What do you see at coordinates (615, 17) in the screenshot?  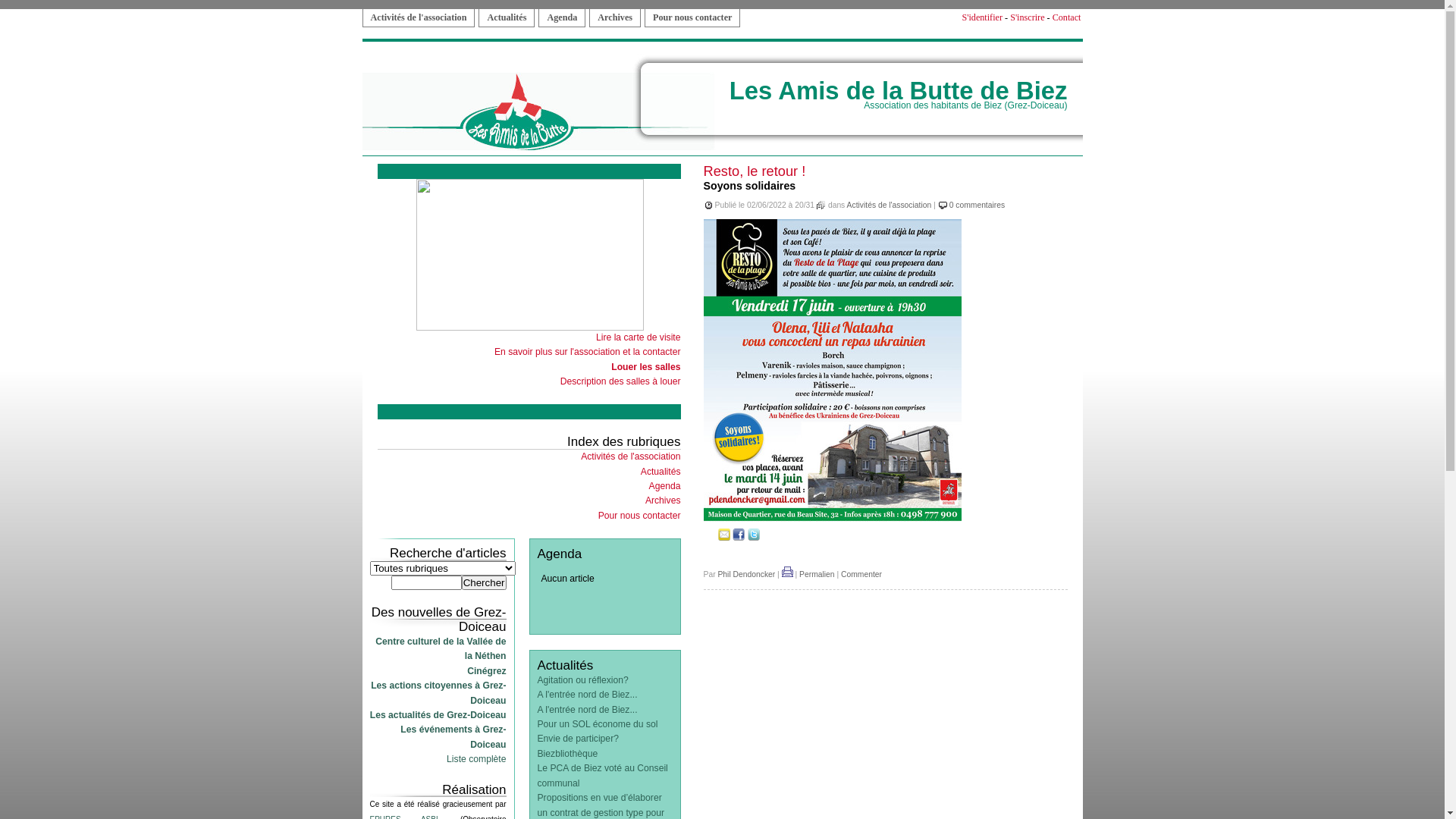 I see `'Archives'` at bounding box center [615, 17].